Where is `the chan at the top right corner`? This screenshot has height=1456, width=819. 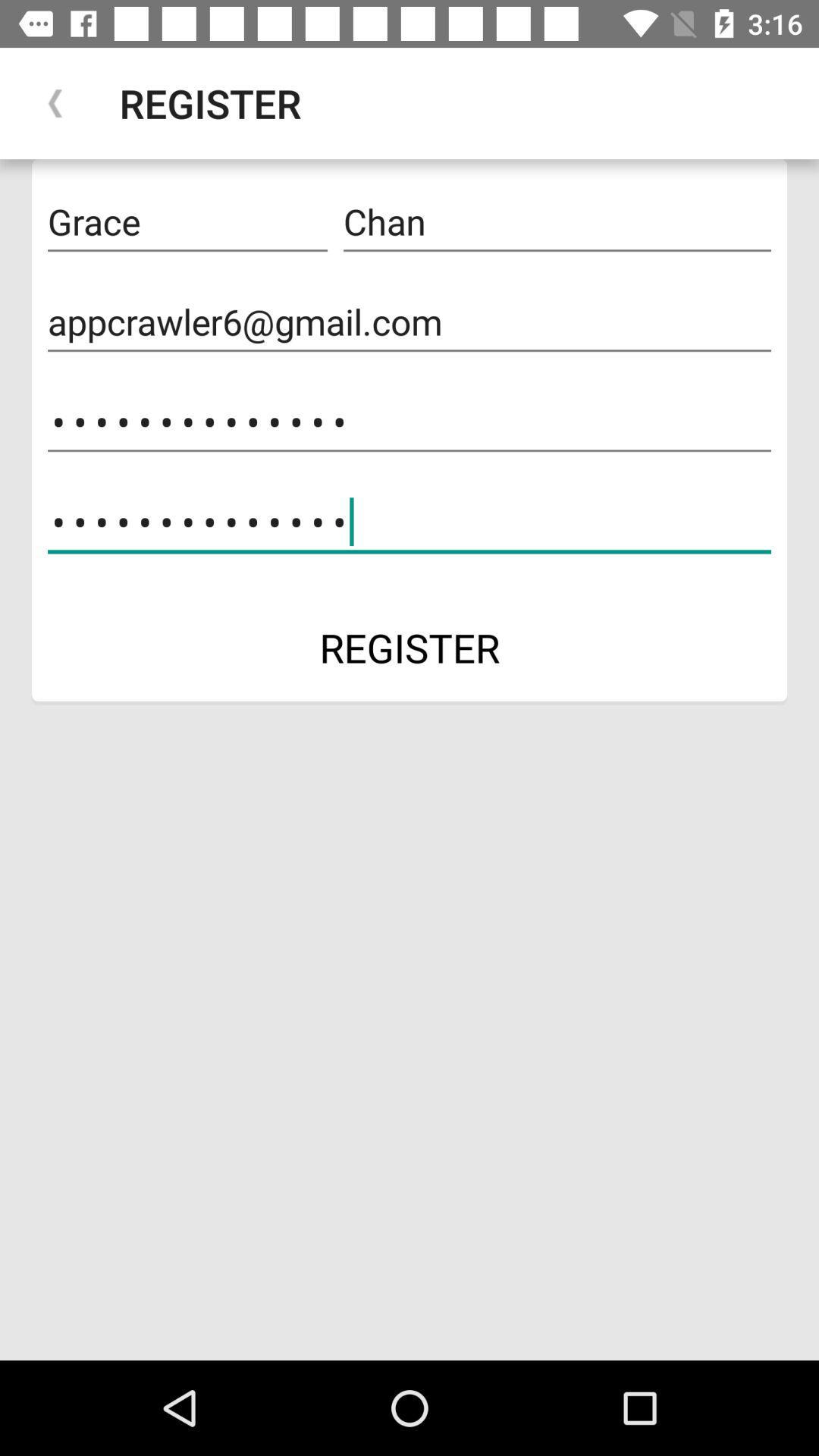 the chan at the top right corner is located at coordinates (557, 221).